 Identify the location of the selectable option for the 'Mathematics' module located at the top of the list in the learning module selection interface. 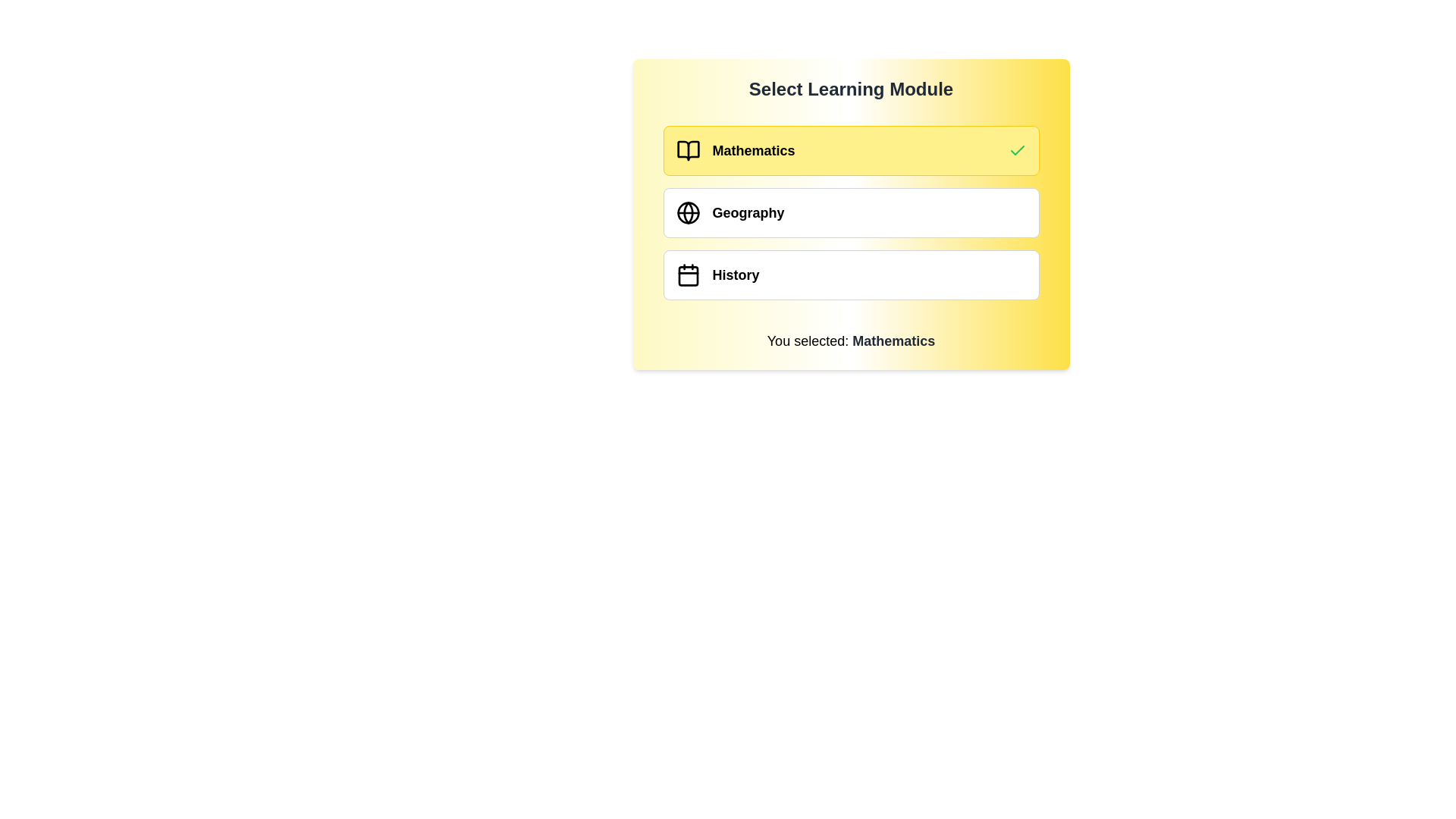
(851, 151).